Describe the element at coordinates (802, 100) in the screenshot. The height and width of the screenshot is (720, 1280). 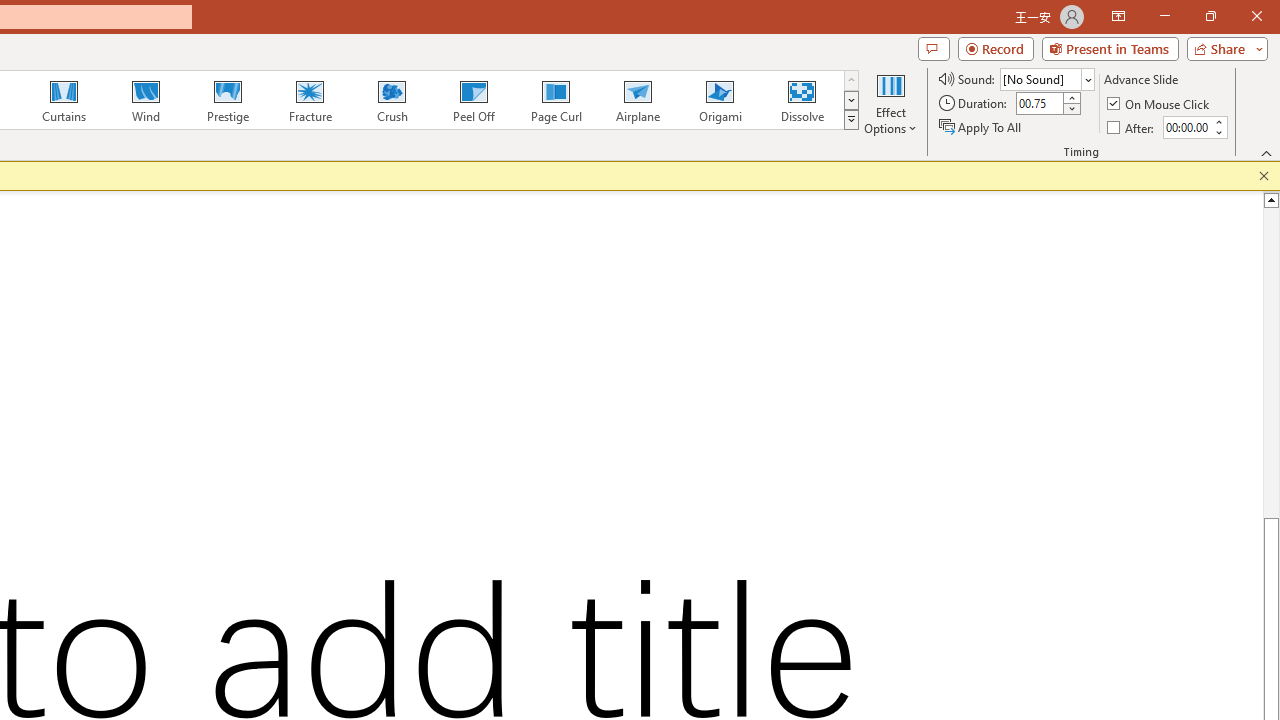
I see `'Dissolve'` at that location.